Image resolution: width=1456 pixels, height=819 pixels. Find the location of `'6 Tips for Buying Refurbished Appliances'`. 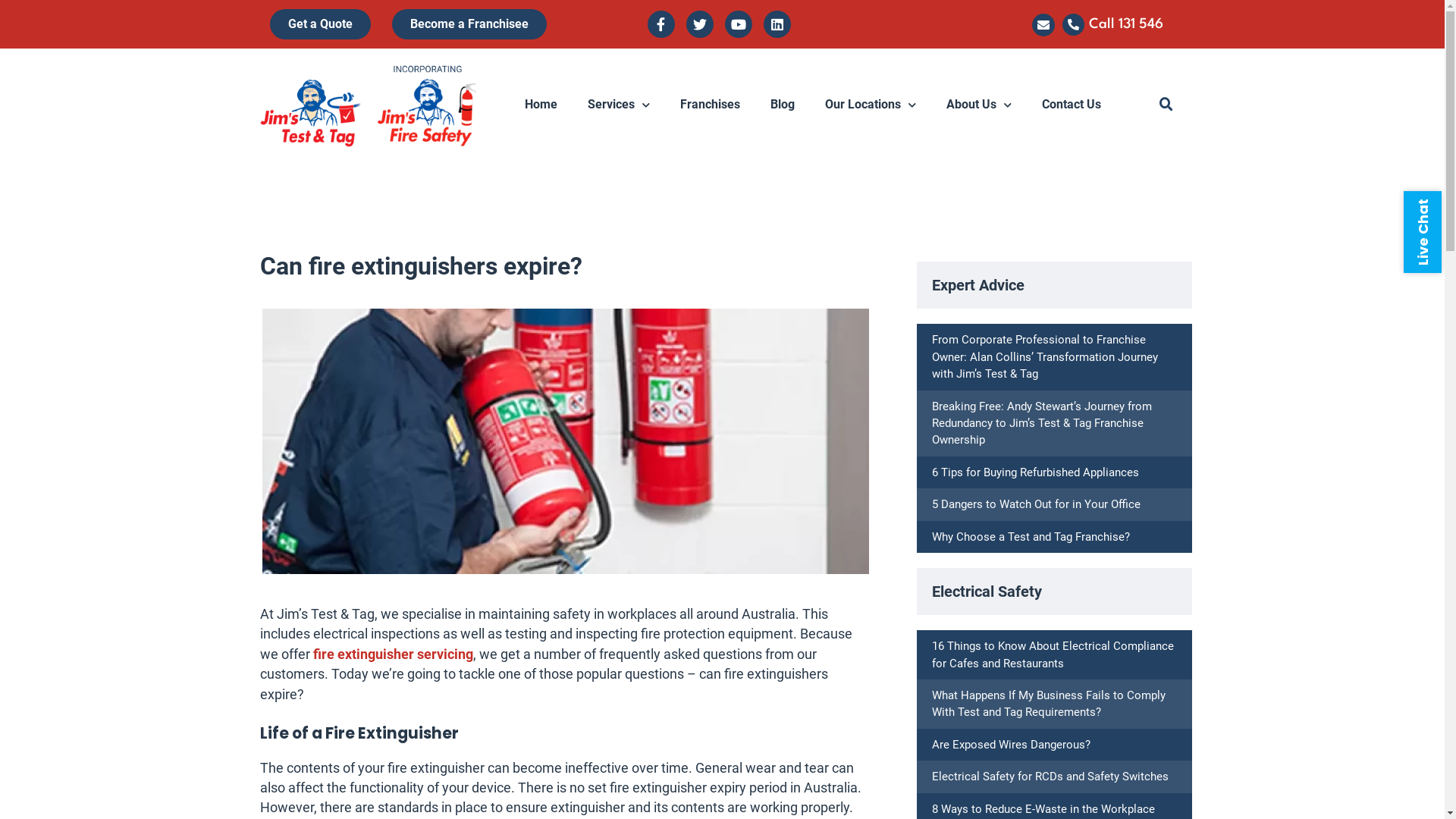

'6 Tips for Buying Refurbished Appliances' is located at coordinates (930, 472).